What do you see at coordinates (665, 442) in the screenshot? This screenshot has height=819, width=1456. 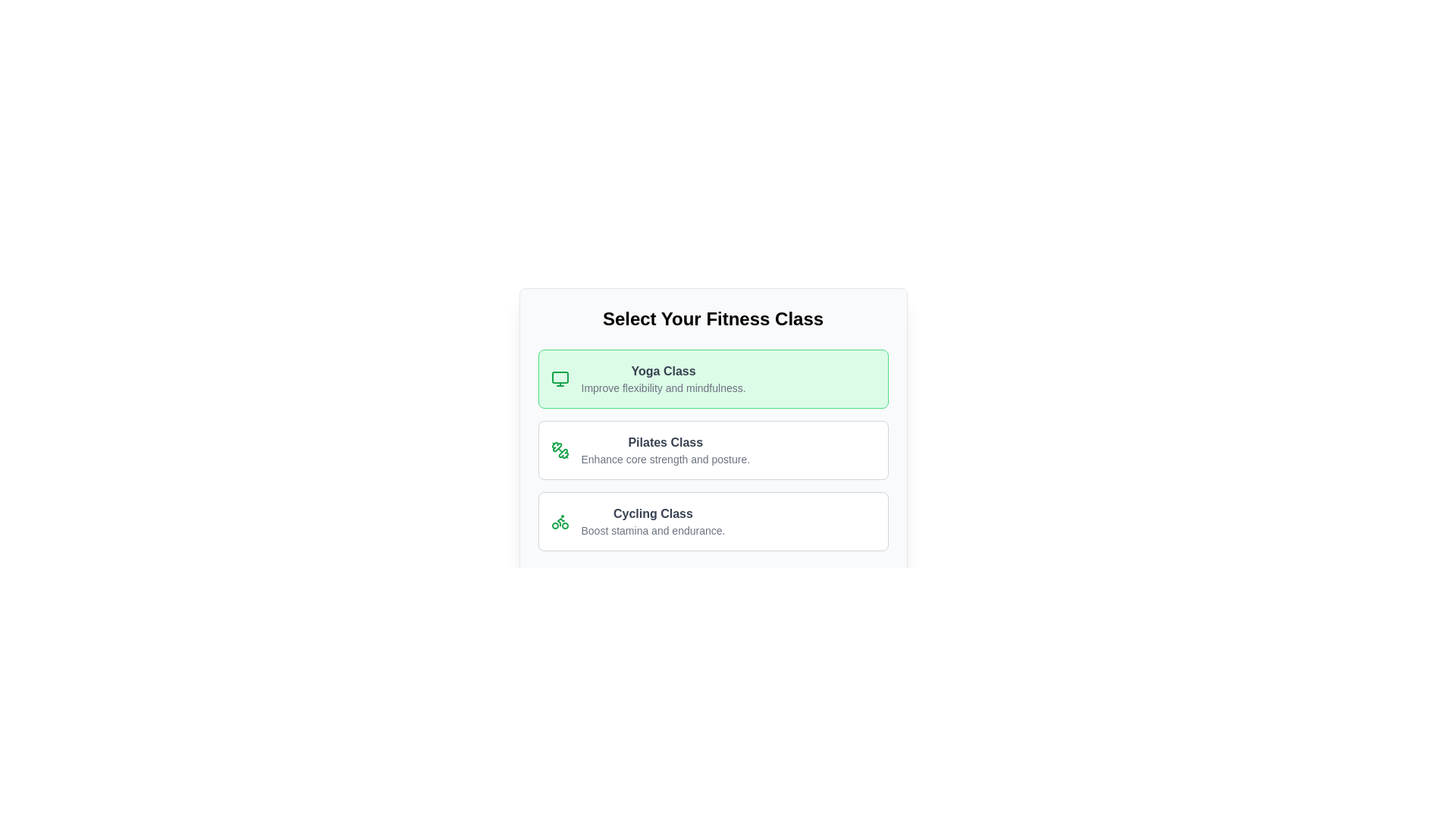 I see `text of the heading labeled 'Pilates Class', which is styled in bold dark gray and is located directly above the description text 'Enhance core strength and posture'` at bounding box center [665, 442].